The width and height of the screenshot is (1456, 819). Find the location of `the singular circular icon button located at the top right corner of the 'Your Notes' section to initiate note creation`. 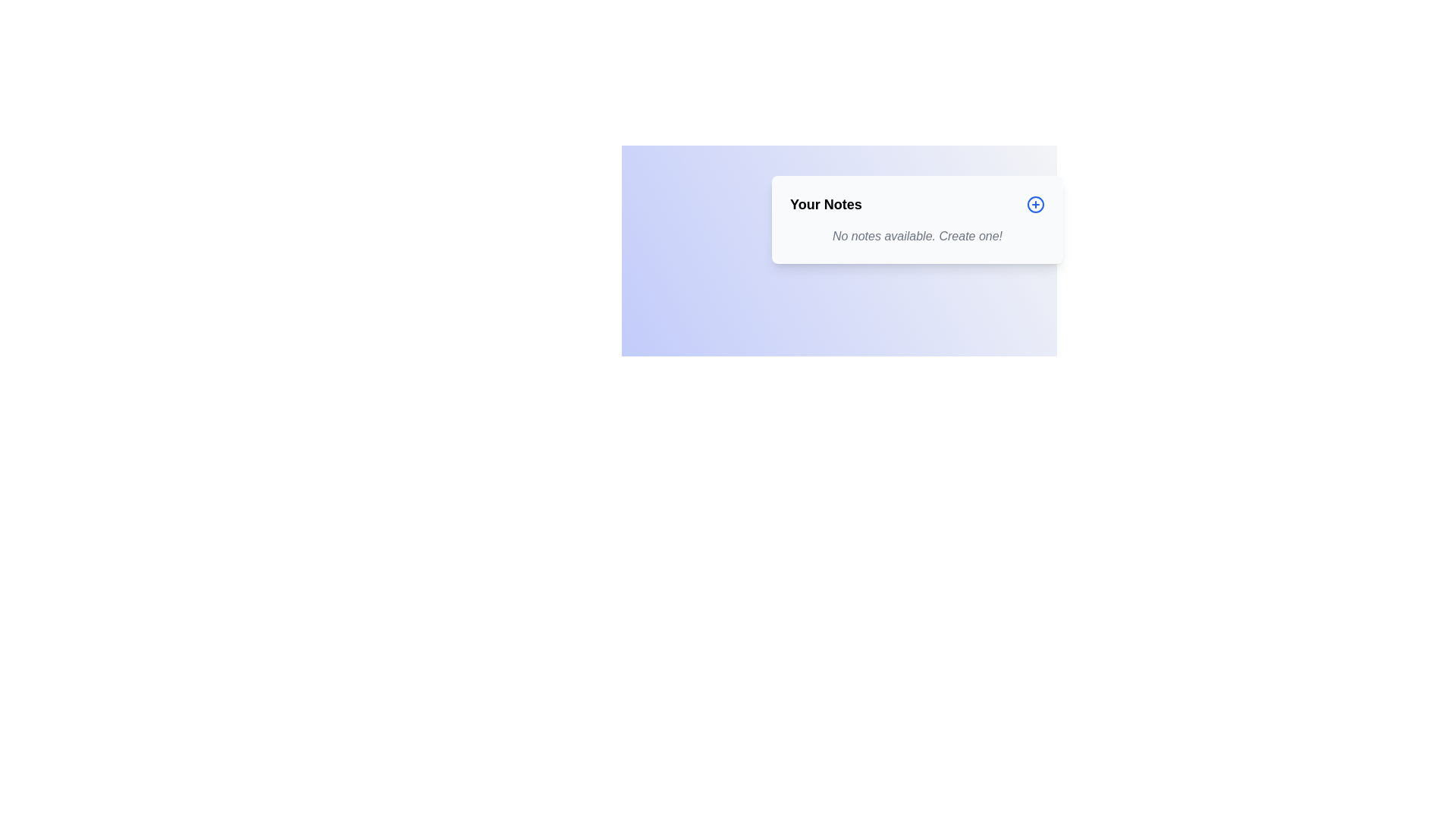

the singular circular icon button located at the top right corner of the 'Your Notes' section to initiate note creation is located at coordinates (1035, 205).